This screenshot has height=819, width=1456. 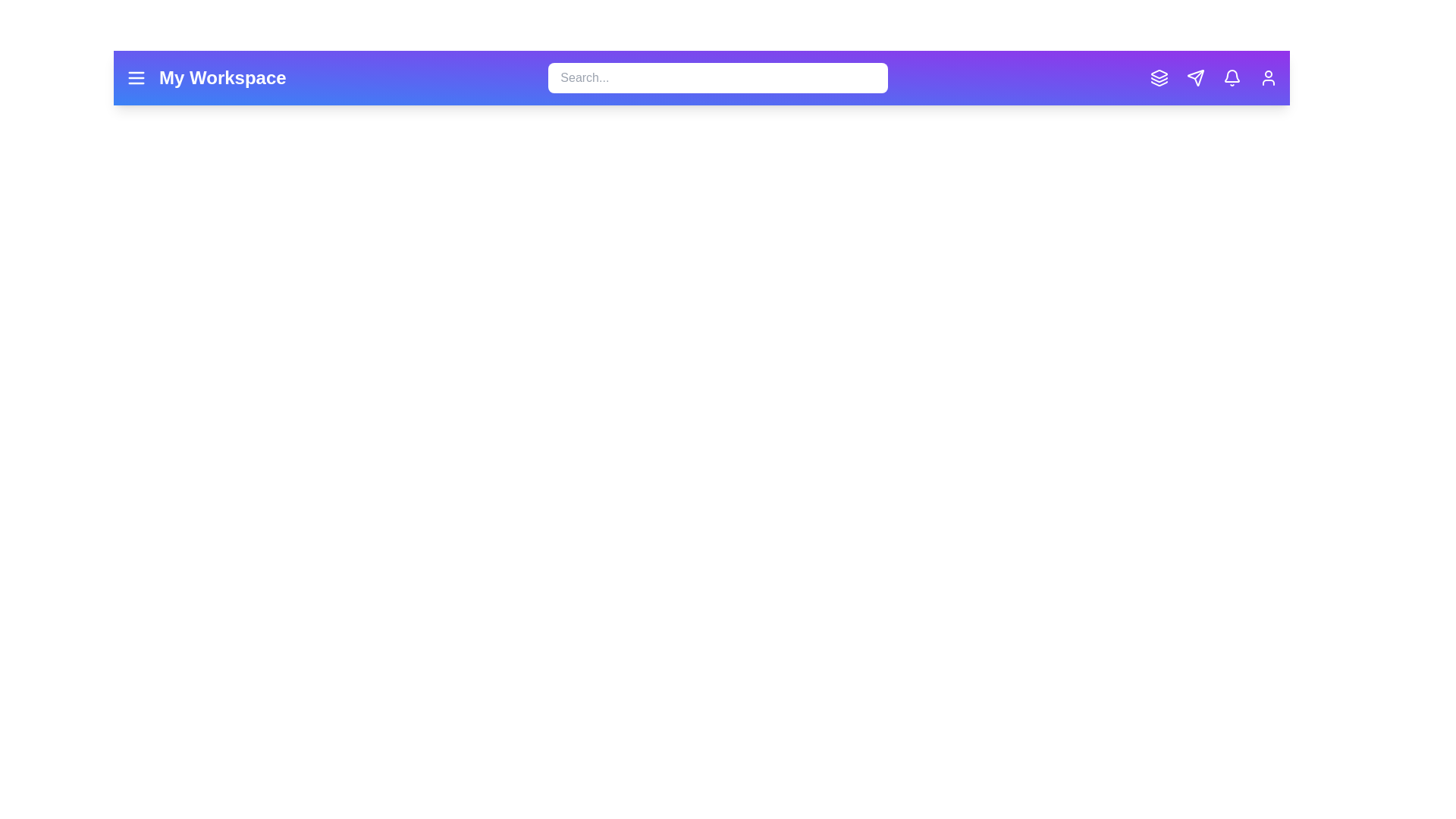 What do you see at coordinates (1159, 78) in the screenshot?
I see `the navigation icon Projects` at bounding box center [1159, 78].